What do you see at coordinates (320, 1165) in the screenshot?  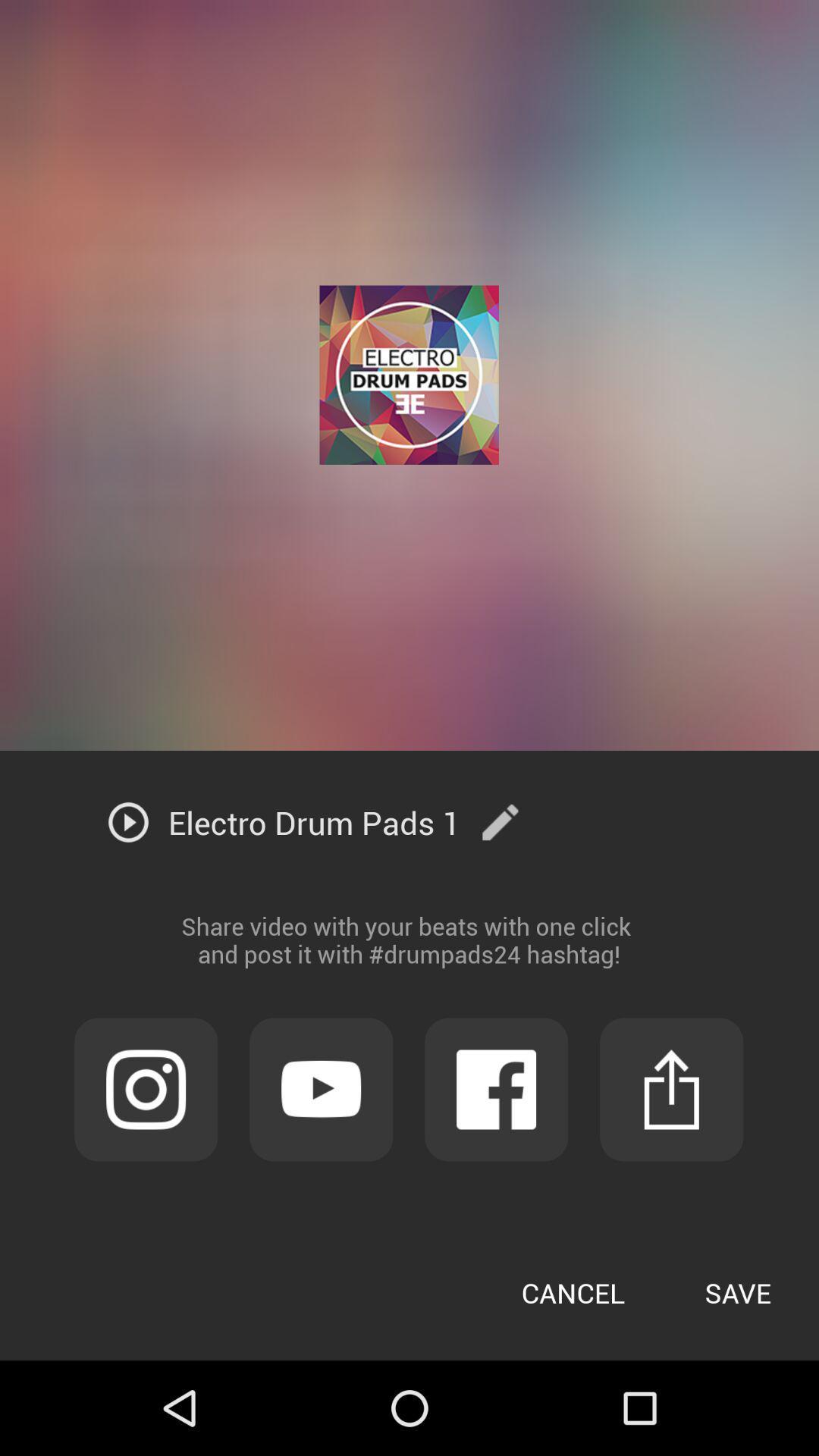 I see `the play icon` at bounding box center [320, 1165].